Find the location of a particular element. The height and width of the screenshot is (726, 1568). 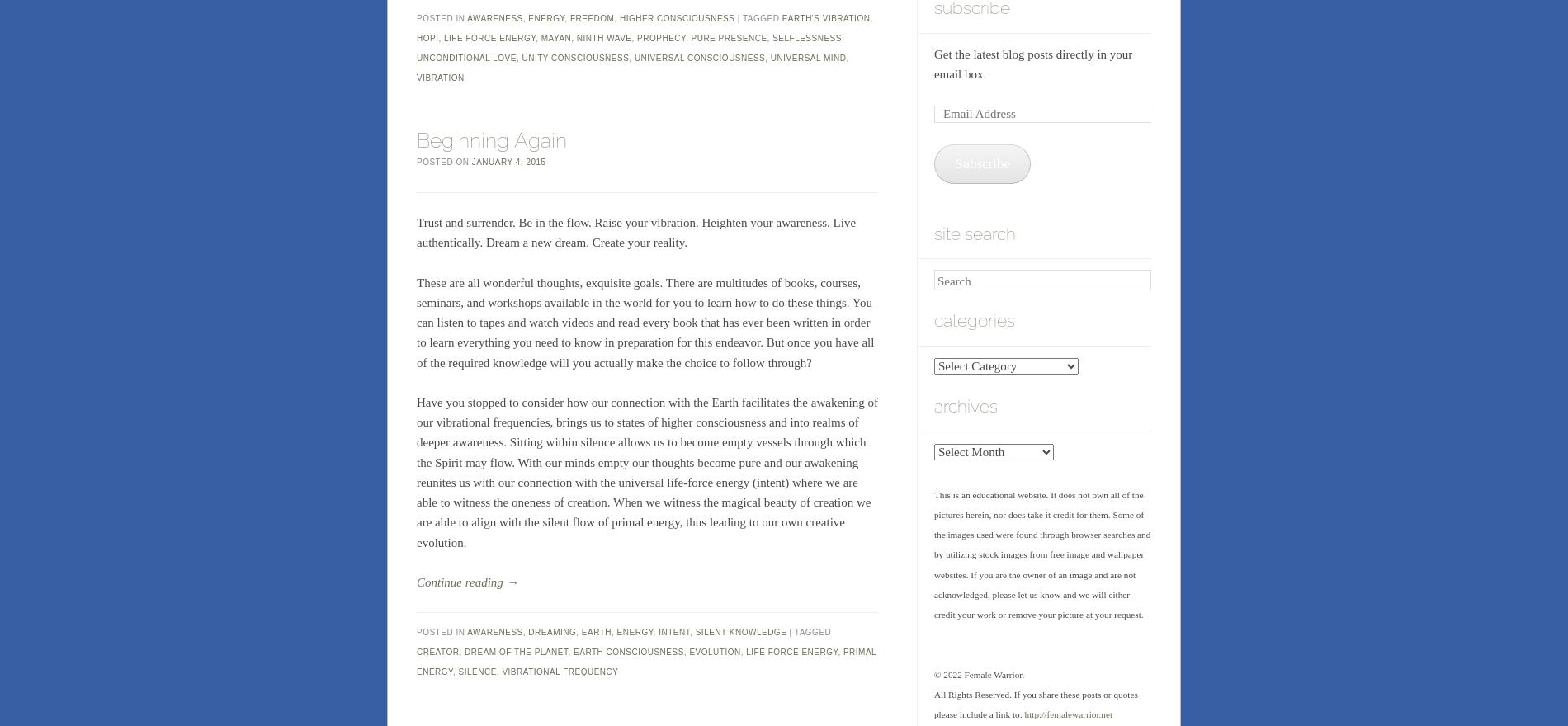

'ninth wave' is located at coordinates (602, 38).